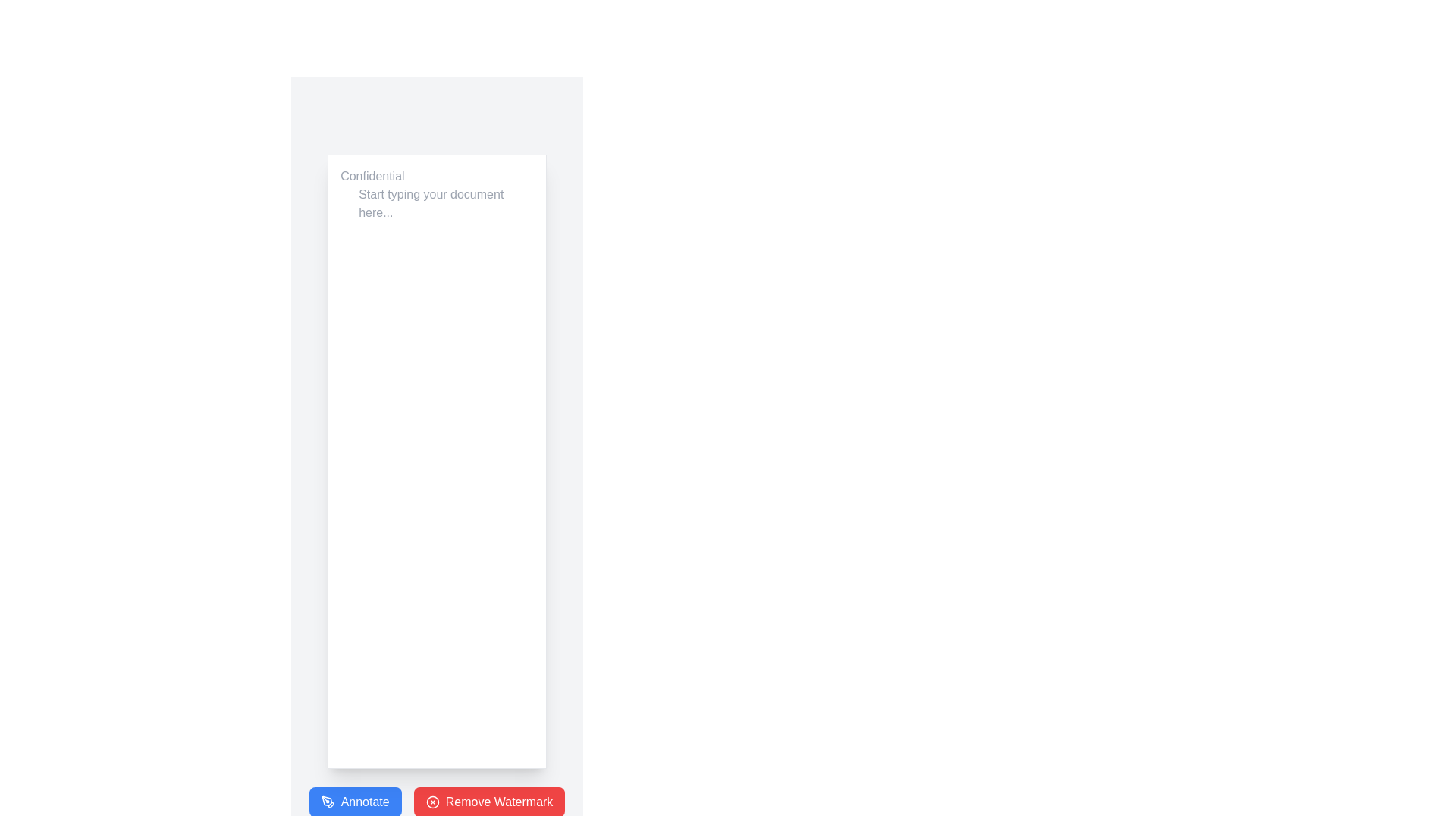 This screenshot has width=1456, height=819. Describe the element at coordinates (354, 801) in the screenshot. I see `the 'Annotate' button with a sky blue background and a pen tool icon` at that location.